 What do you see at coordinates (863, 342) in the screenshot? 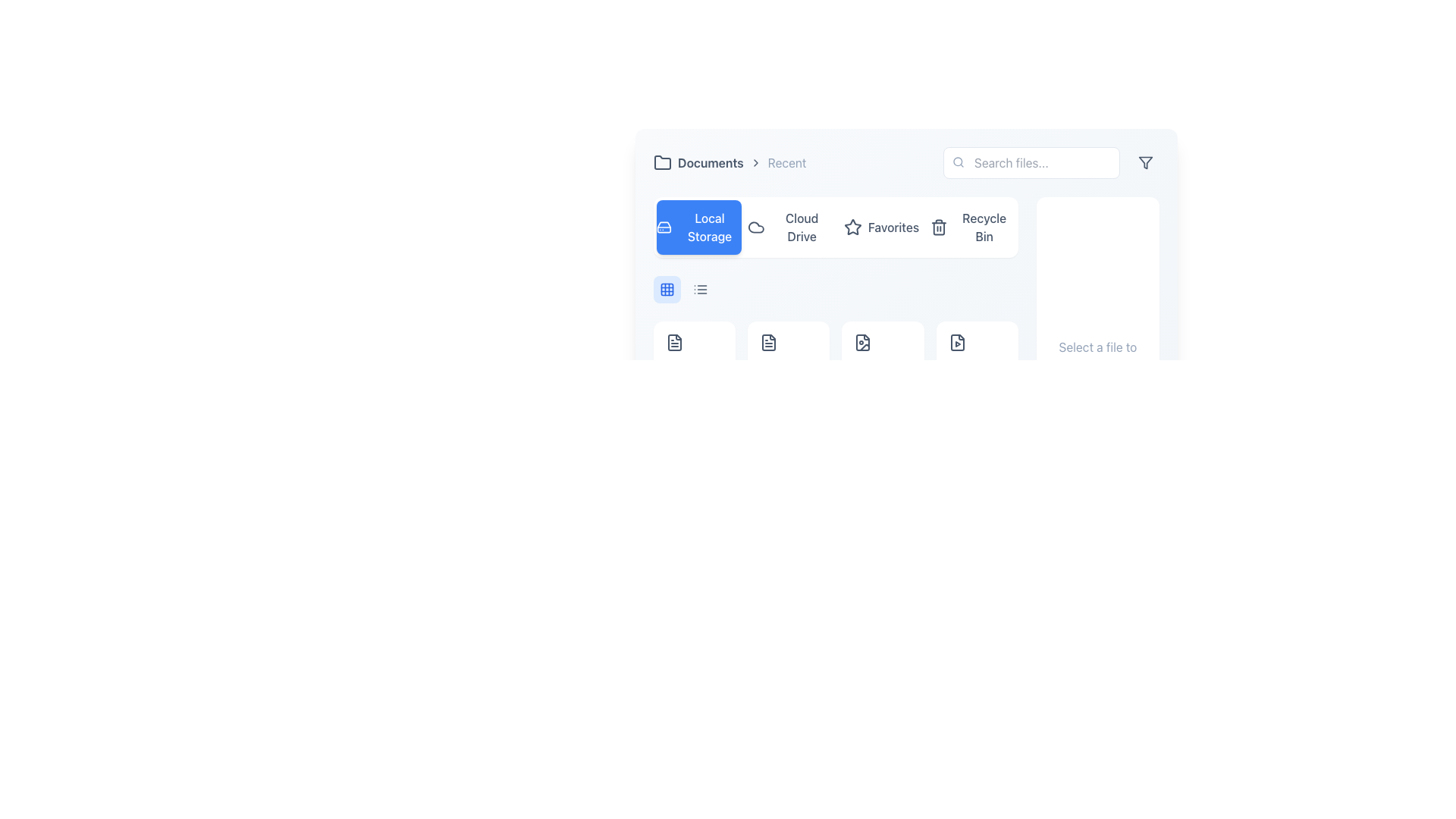
I see `the file icon representing an image` at bounding box center [863, 342].